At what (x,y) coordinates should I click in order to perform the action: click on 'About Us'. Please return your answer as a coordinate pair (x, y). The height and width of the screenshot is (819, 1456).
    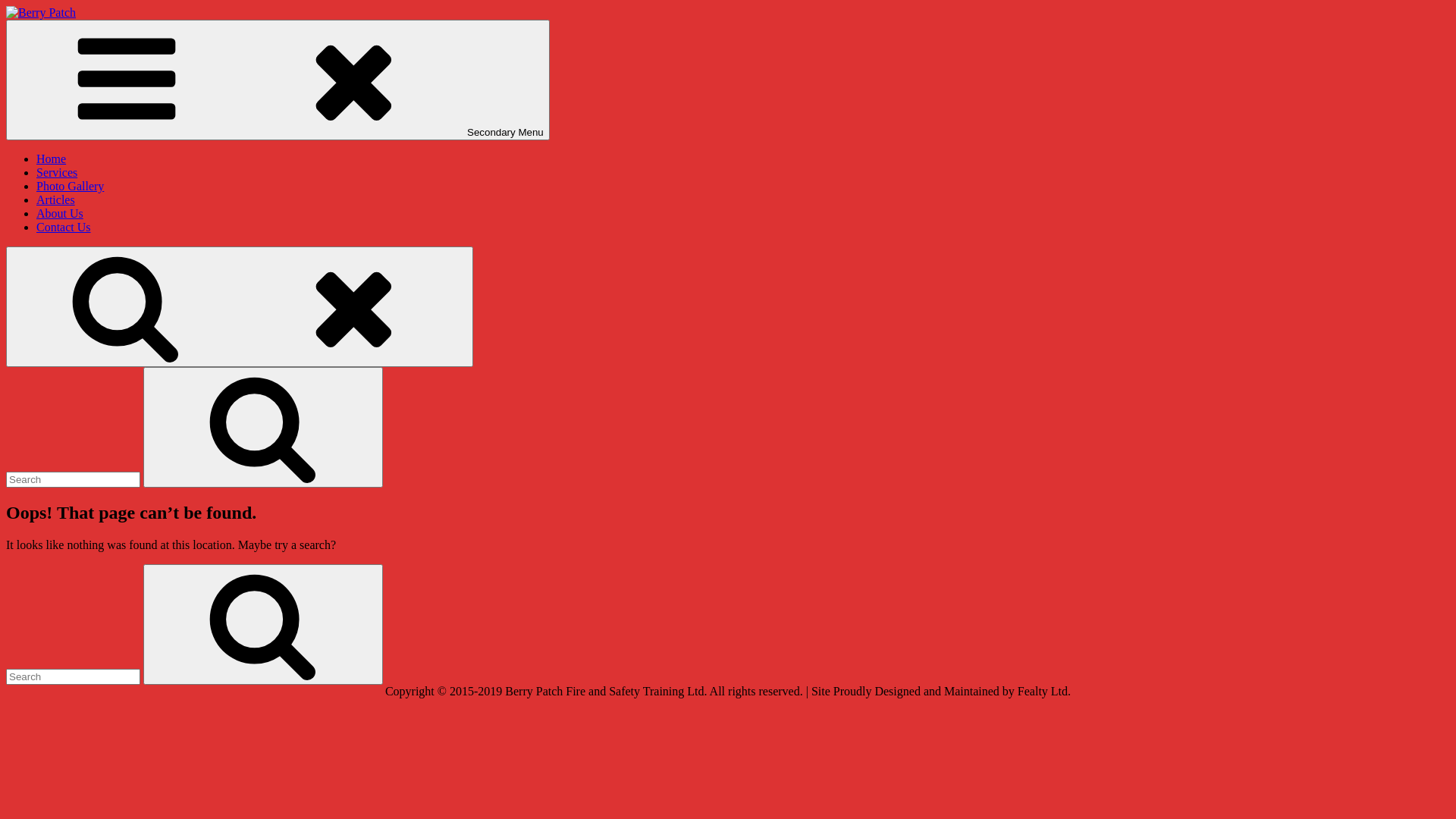
    Looking at the image, I should click on (59, 213).